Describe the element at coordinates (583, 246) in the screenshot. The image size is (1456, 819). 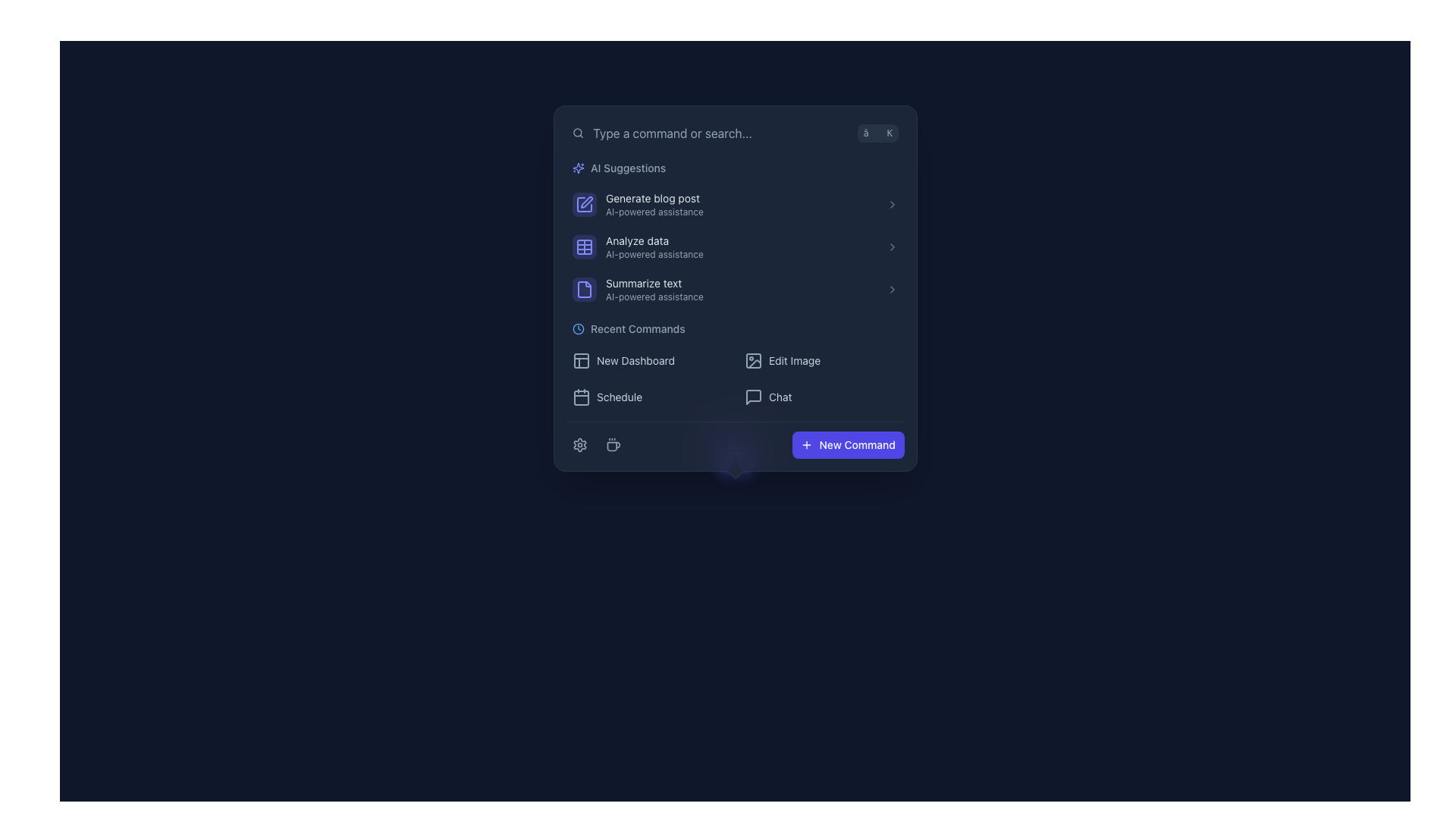
I see `the 'Analyze data' icon located to the left of the text content` at that location.